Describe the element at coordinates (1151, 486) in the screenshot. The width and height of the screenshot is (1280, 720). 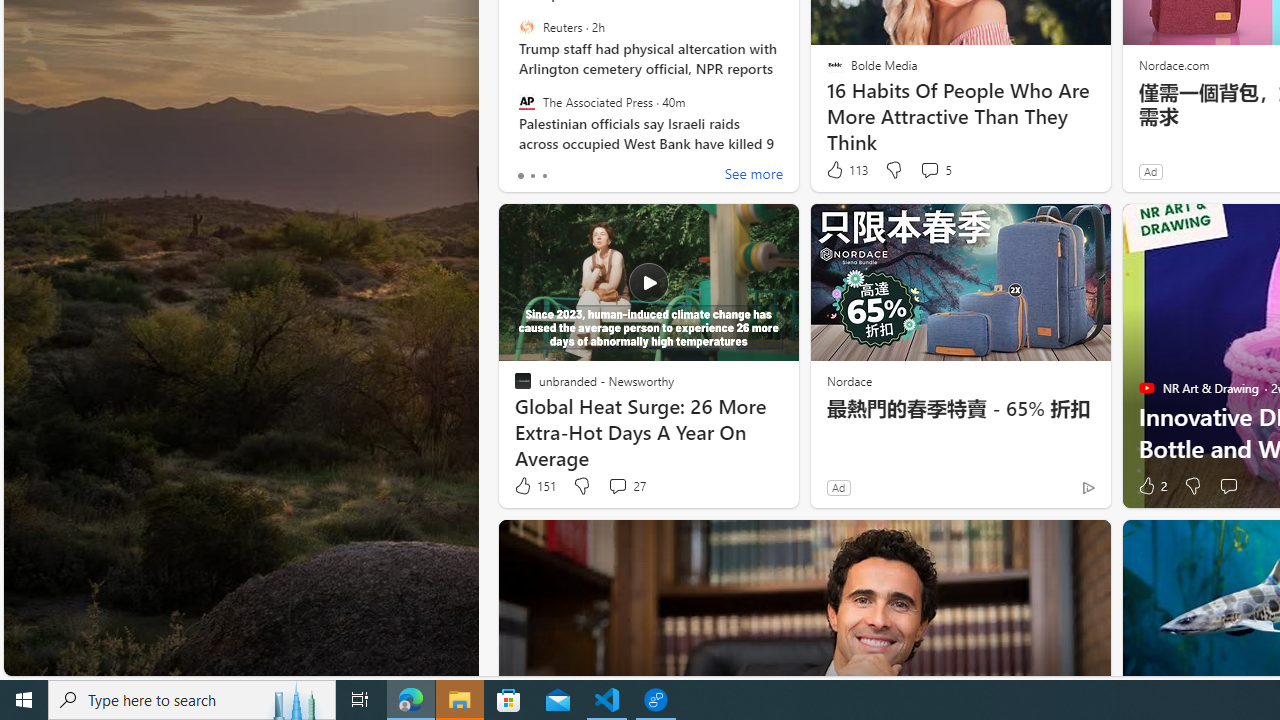
I see `'2 Like'` at that location.